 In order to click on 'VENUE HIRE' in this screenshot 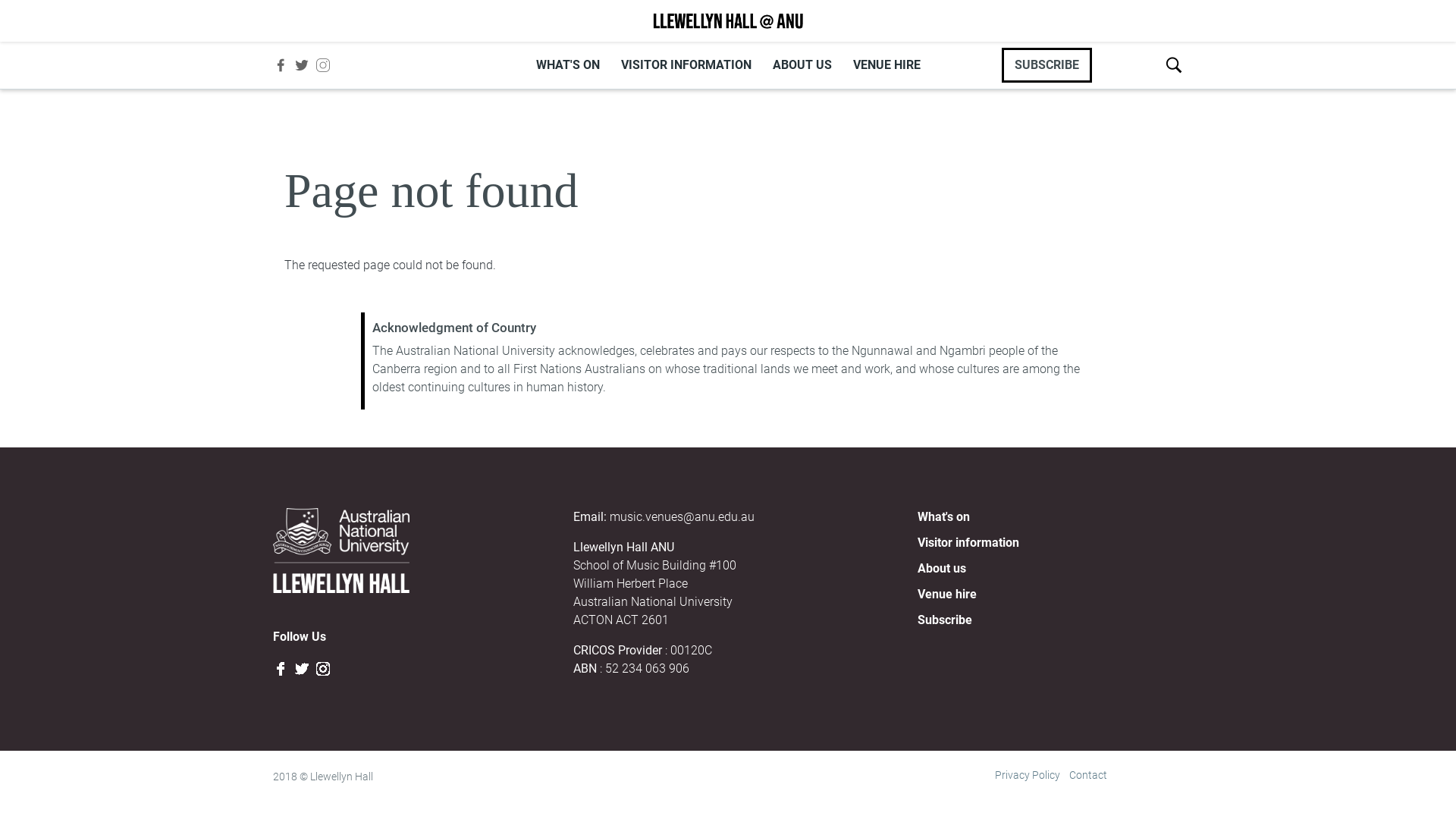, I will do `click(886, 64)`.